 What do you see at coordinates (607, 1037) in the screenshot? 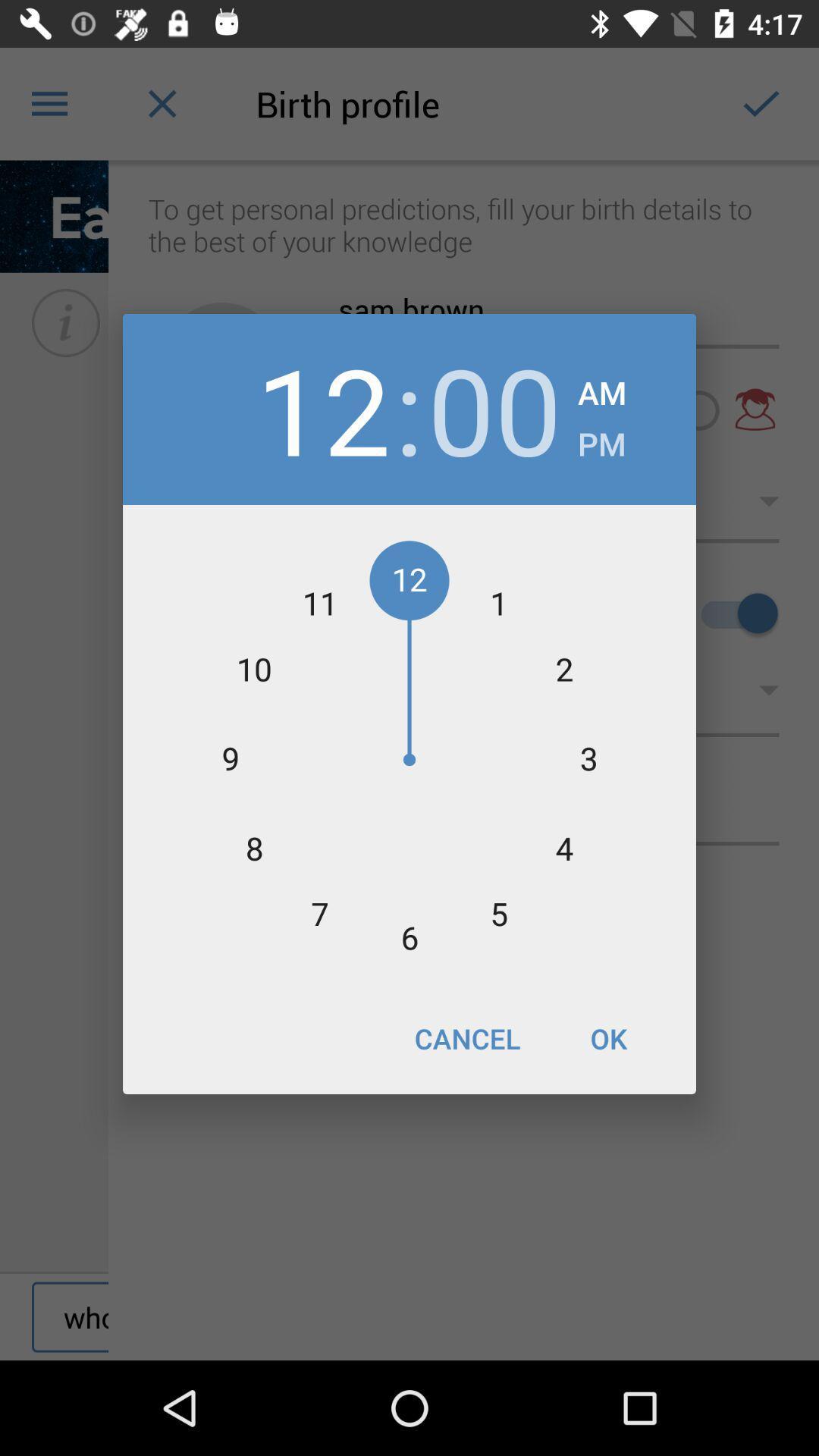
I see `ok item` at bounding box center [607, 1037].